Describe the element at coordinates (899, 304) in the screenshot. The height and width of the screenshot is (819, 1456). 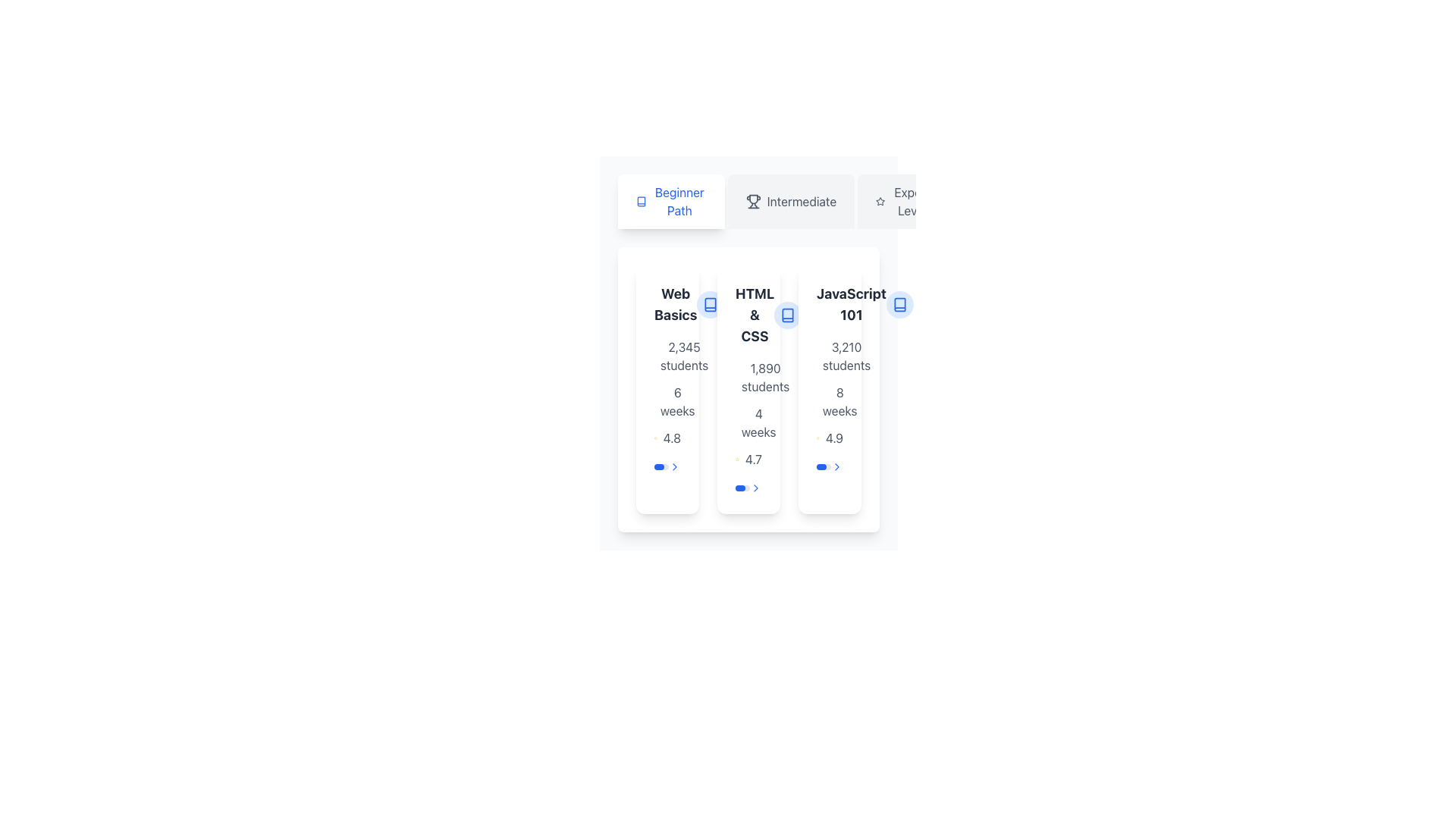
I see `the educational material icon located at the center right of the 'JavaScript 101' card, represented by the class 'lucide lucide-book'` at that location.